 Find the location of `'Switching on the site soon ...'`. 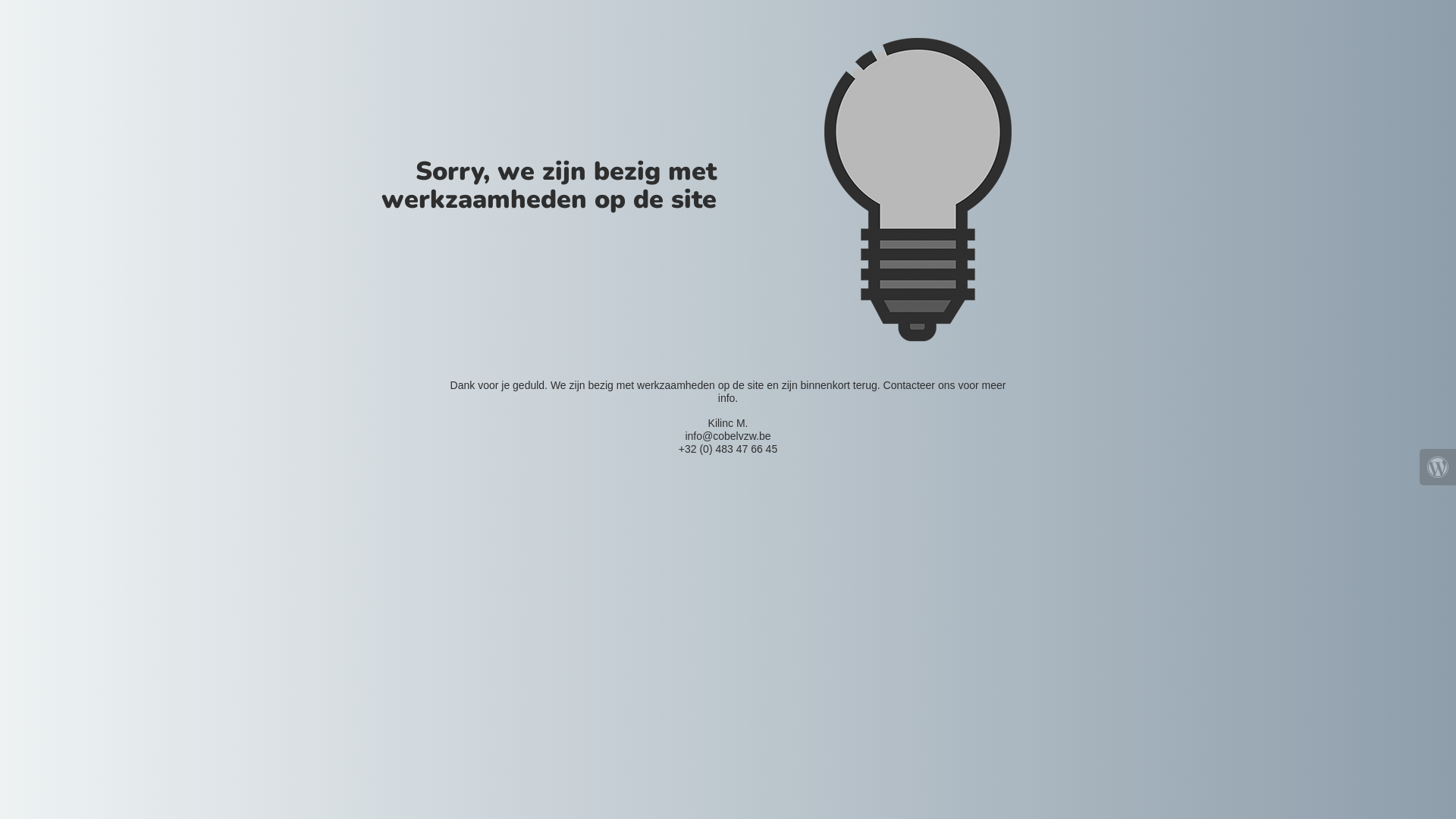

'Switching on the site soon ...' is located at coordinates (916, 189).